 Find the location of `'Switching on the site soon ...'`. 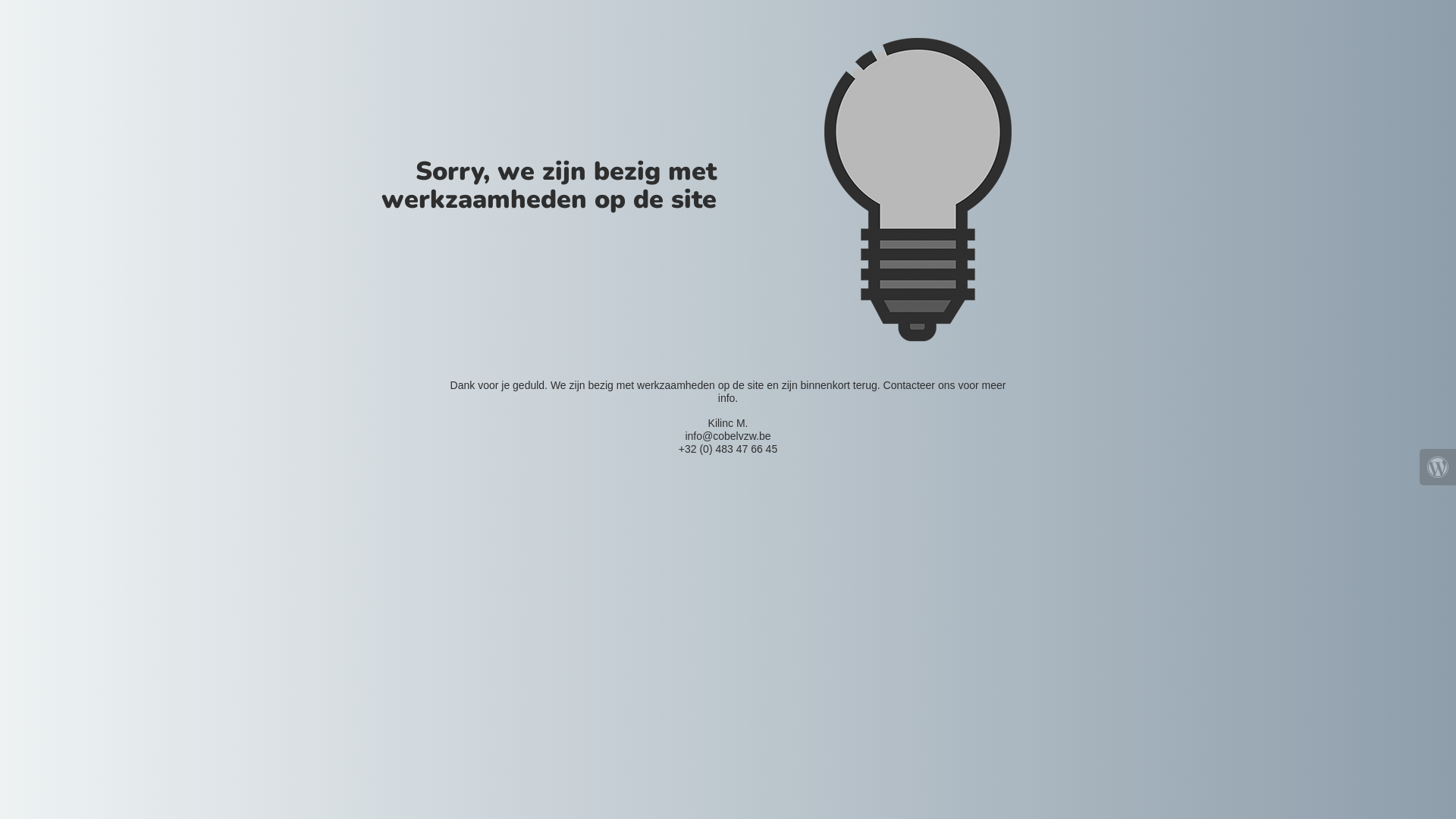

'Switching on the site soon ...' is located at coordinates (916, 189).